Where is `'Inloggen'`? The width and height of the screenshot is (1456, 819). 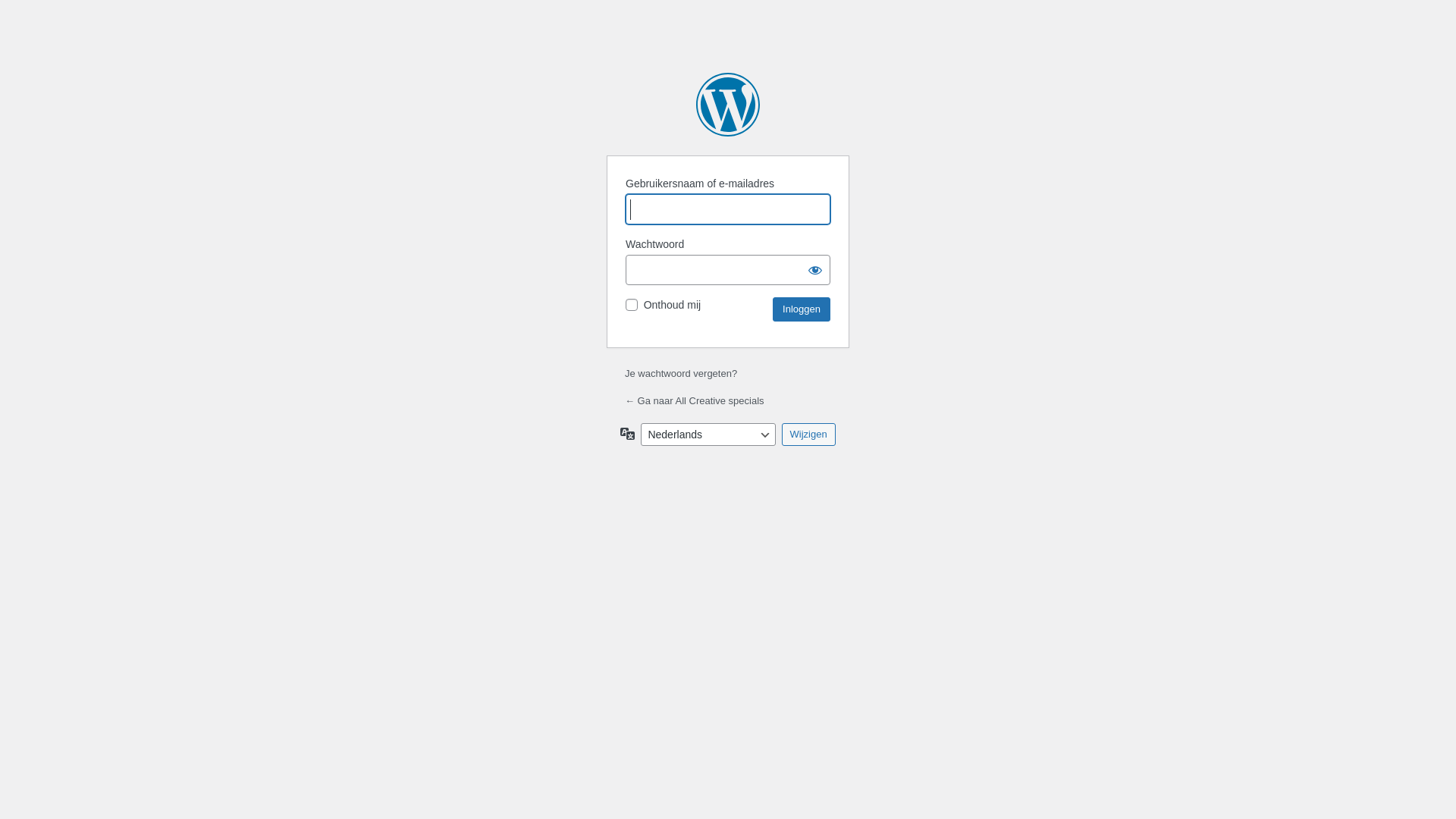 'Inloggen' is located at coordinates (772, 309).